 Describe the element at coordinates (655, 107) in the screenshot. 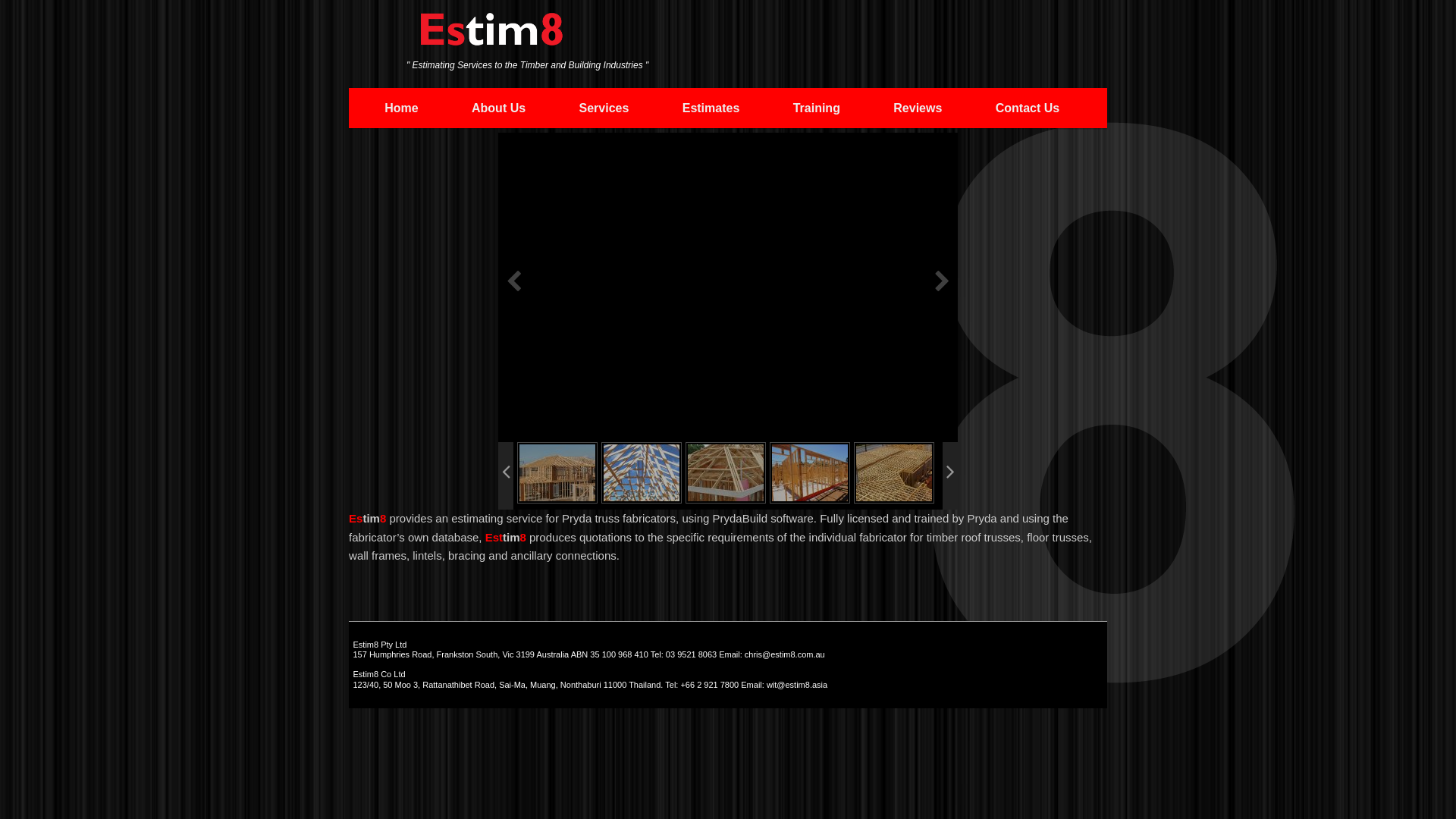

I see `'Estimates'` at that location.